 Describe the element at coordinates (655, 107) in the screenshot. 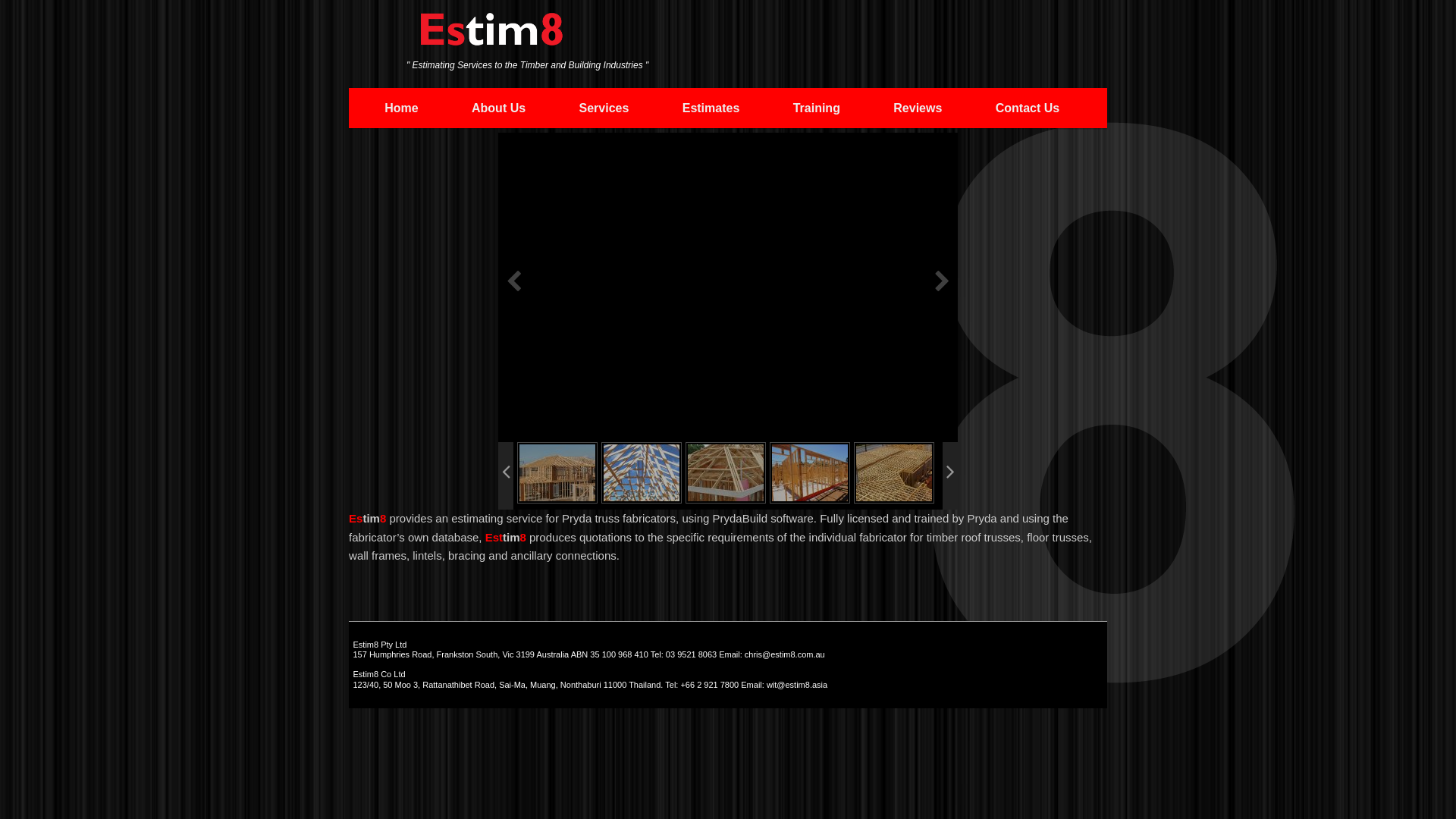

I see `'Estimates'` at that location.